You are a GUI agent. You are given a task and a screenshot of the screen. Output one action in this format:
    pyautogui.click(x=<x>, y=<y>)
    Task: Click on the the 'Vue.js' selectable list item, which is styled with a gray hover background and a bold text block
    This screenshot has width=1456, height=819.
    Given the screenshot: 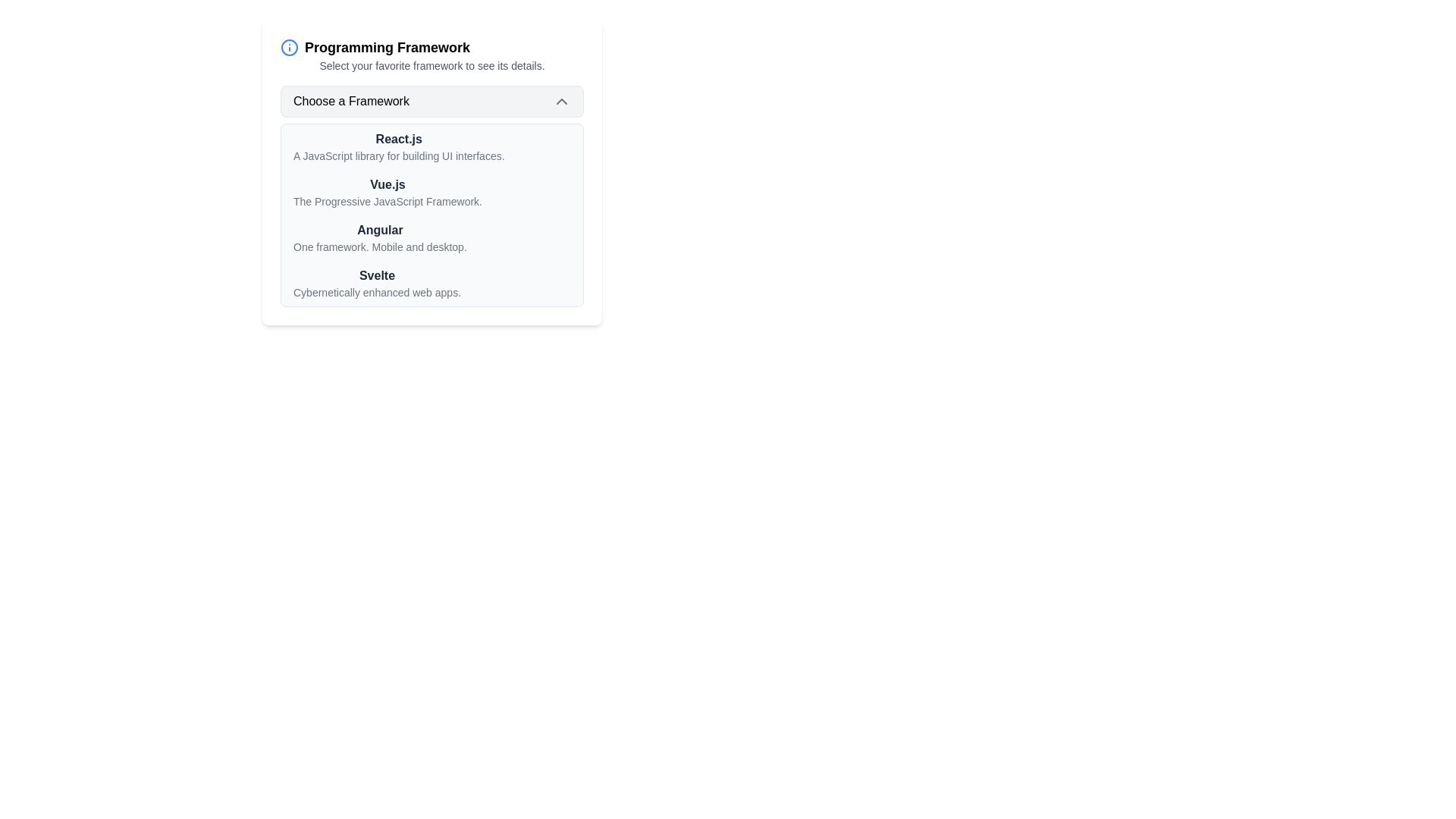 What is the action you would take?
    pyautogui.click(x=431, y=192)
    